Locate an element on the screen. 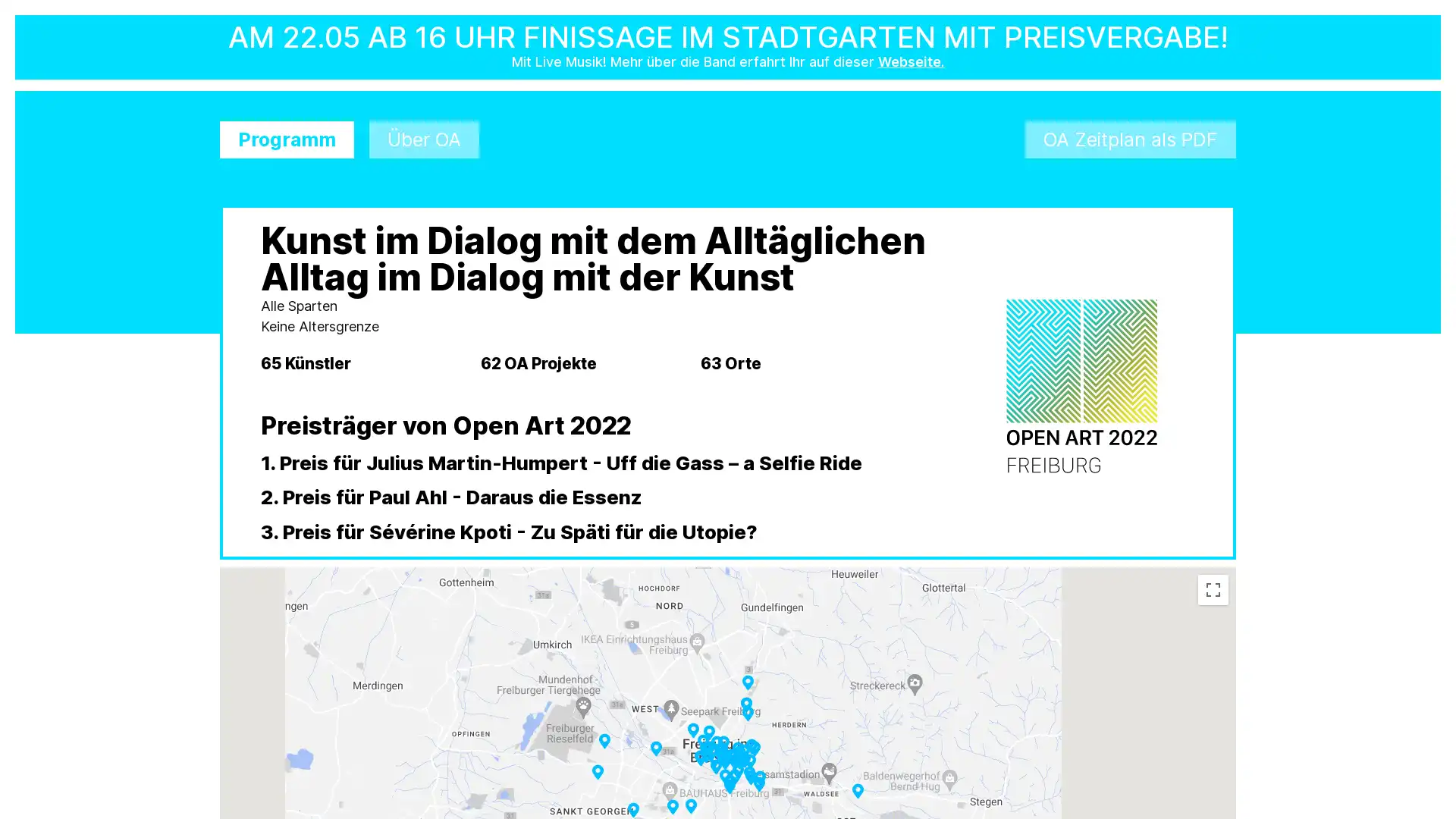 The height and width of the screenshot is (819, 1456). Programm is located at coordinates (287, 140).